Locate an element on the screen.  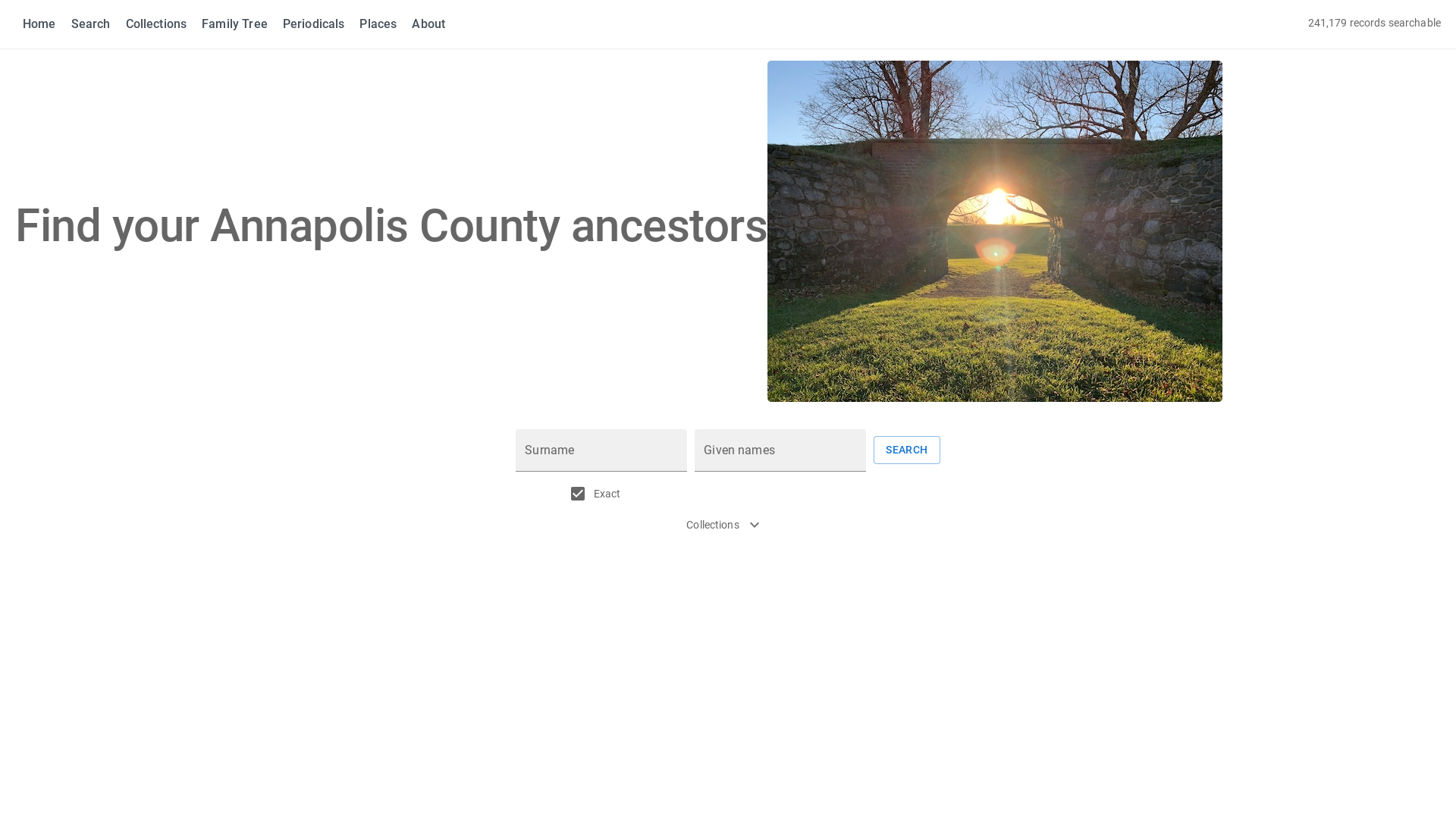
'Places' is located at coordinates (359, 24).